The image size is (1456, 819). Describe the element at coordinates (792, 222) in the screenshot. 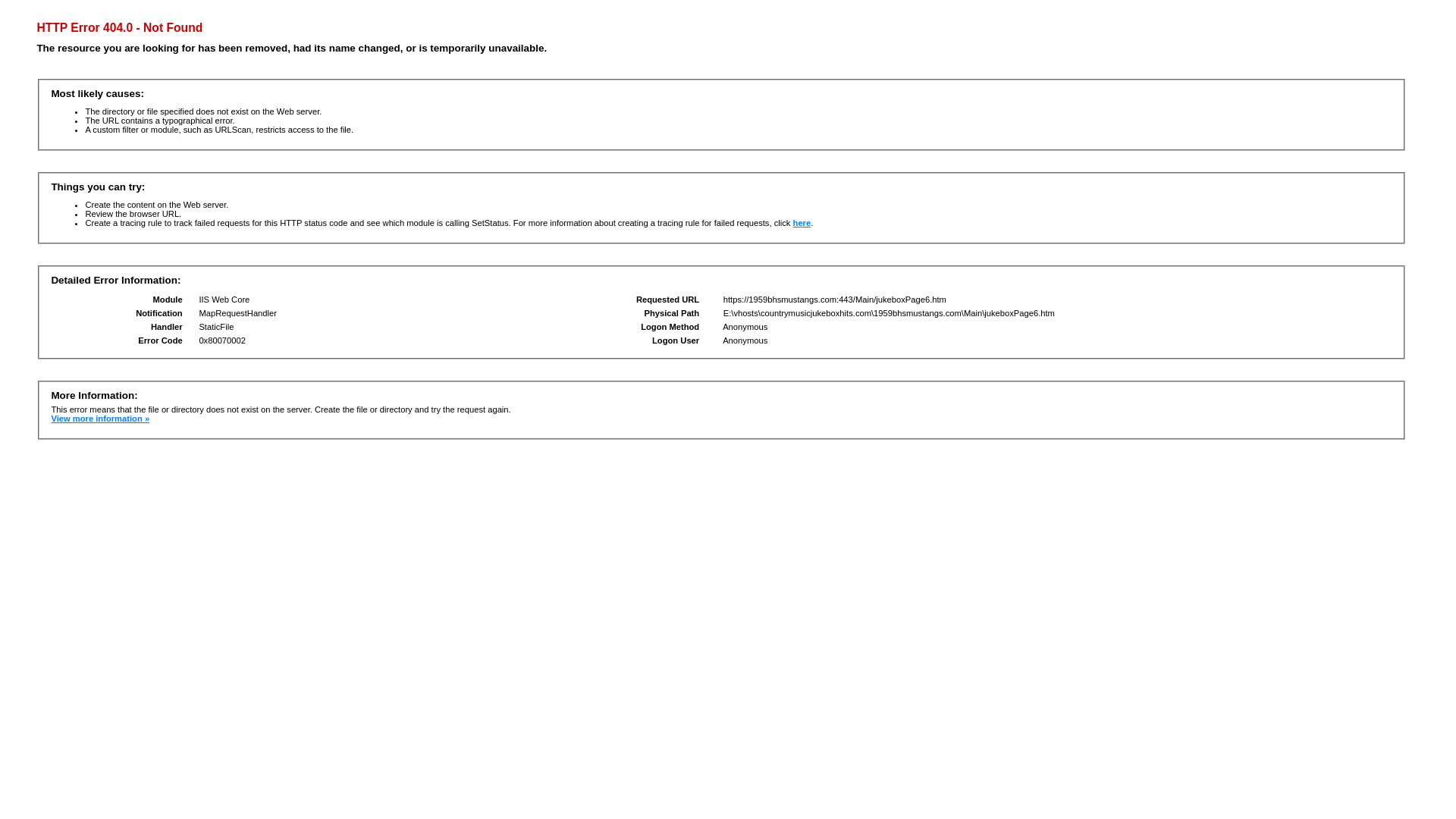

I see `'here'` at that location.